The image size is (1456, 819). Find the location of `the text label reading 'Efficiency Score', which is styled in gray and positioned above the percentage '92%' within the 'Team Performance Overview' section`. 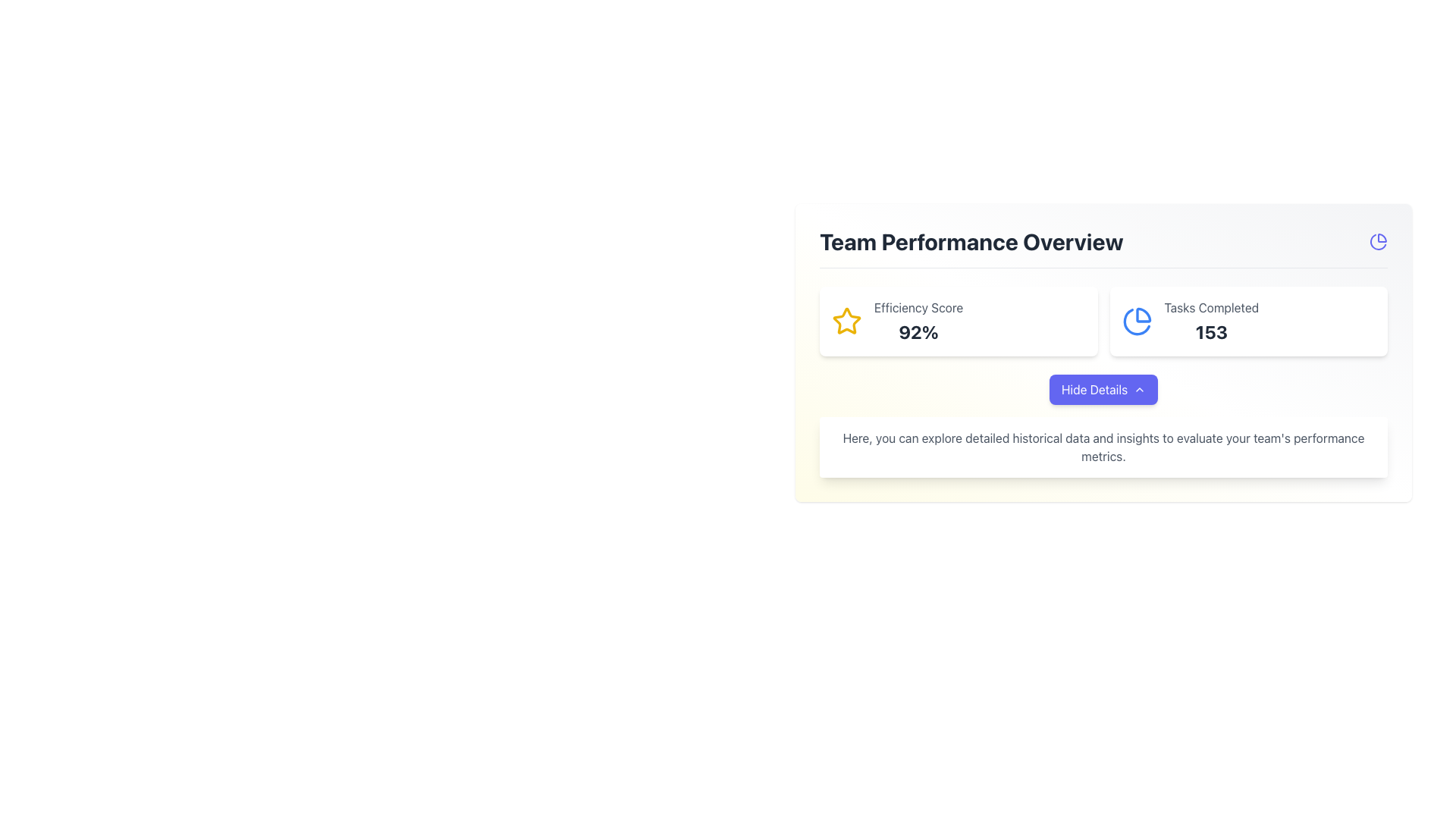

the text label reading 'Efficiency Score', which is styled in gray and positioned above the percentage '92%' within the 'Team Performance Overview' section is located at coordinates (918, 307).